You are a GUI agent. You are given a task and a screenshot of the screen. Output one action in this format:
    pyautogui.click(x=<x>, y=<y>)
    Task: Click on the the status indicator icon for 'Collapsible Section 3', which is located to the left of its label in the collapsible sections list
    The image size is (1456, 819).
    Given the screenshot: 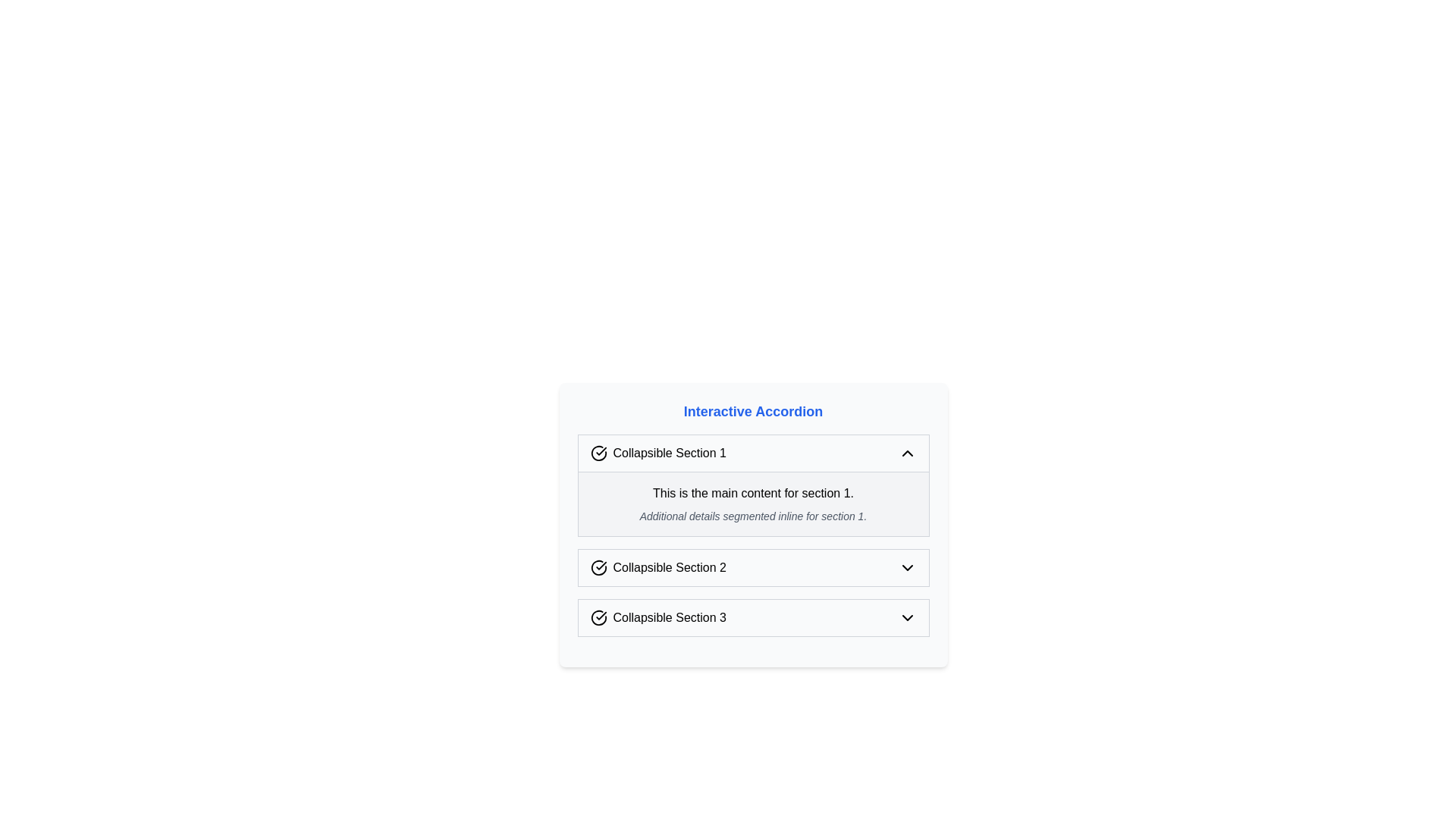 What is the action you would take?
    pyautogui.click(x=598, y=617)
    